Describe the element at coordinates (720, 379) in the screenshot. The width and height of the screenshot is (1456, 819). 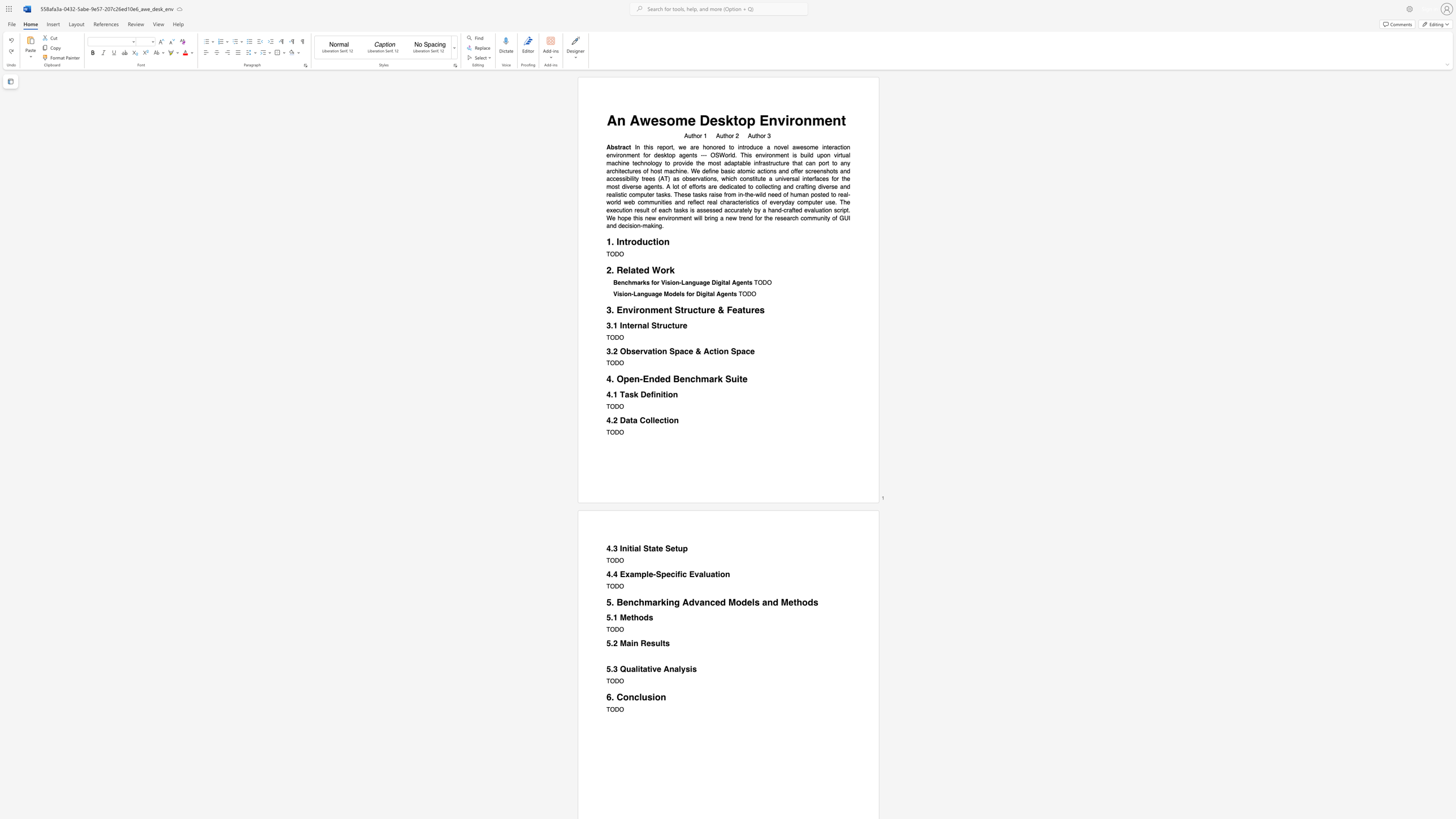
I see `the 1th character "k" in the text` at that location.